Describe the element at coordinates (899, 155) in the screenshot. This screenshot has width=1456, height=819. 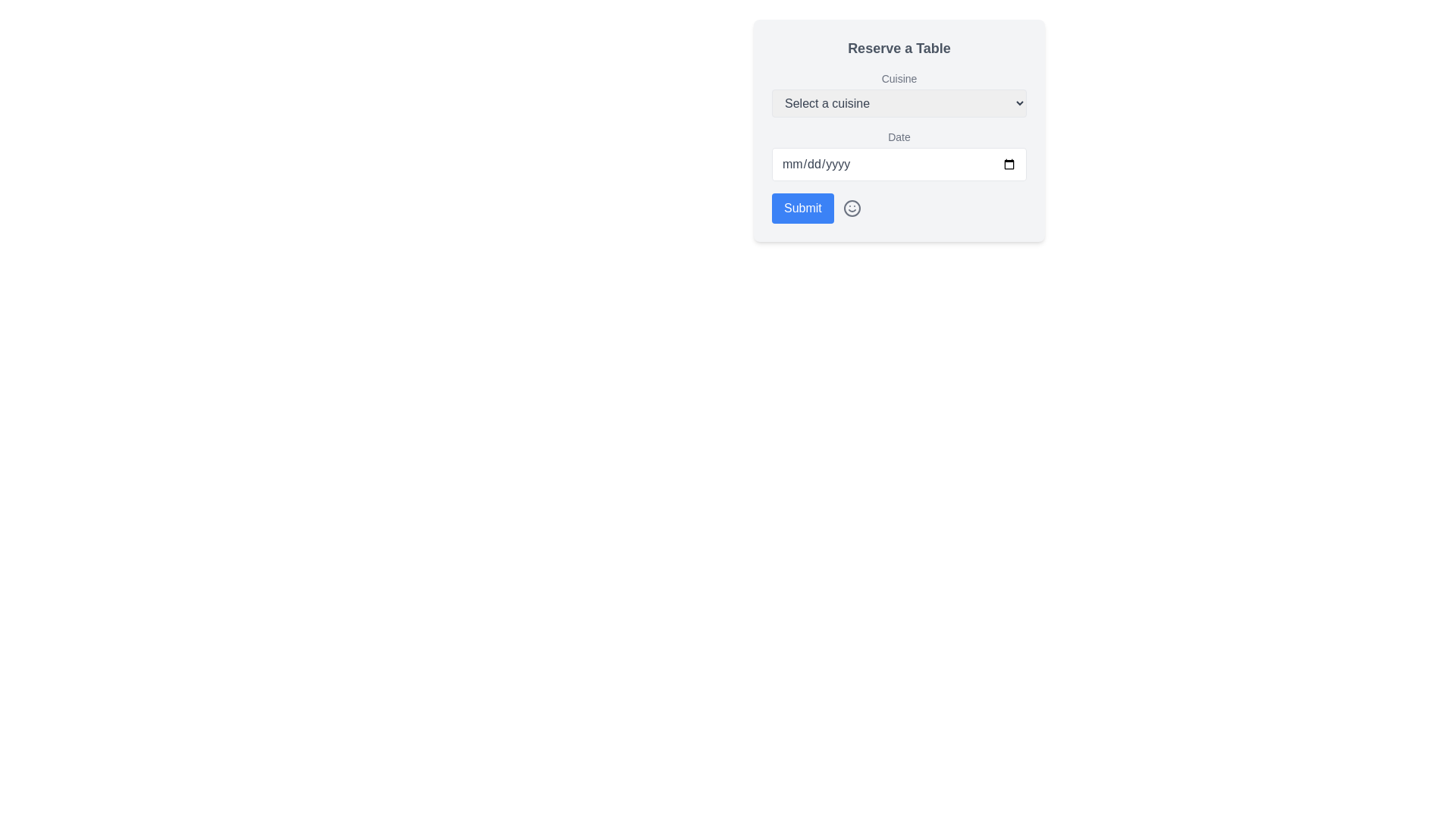
I see `the Date Input Field labeled 'Date' in the 'Reserve a Table' form to focus the input` at that location.